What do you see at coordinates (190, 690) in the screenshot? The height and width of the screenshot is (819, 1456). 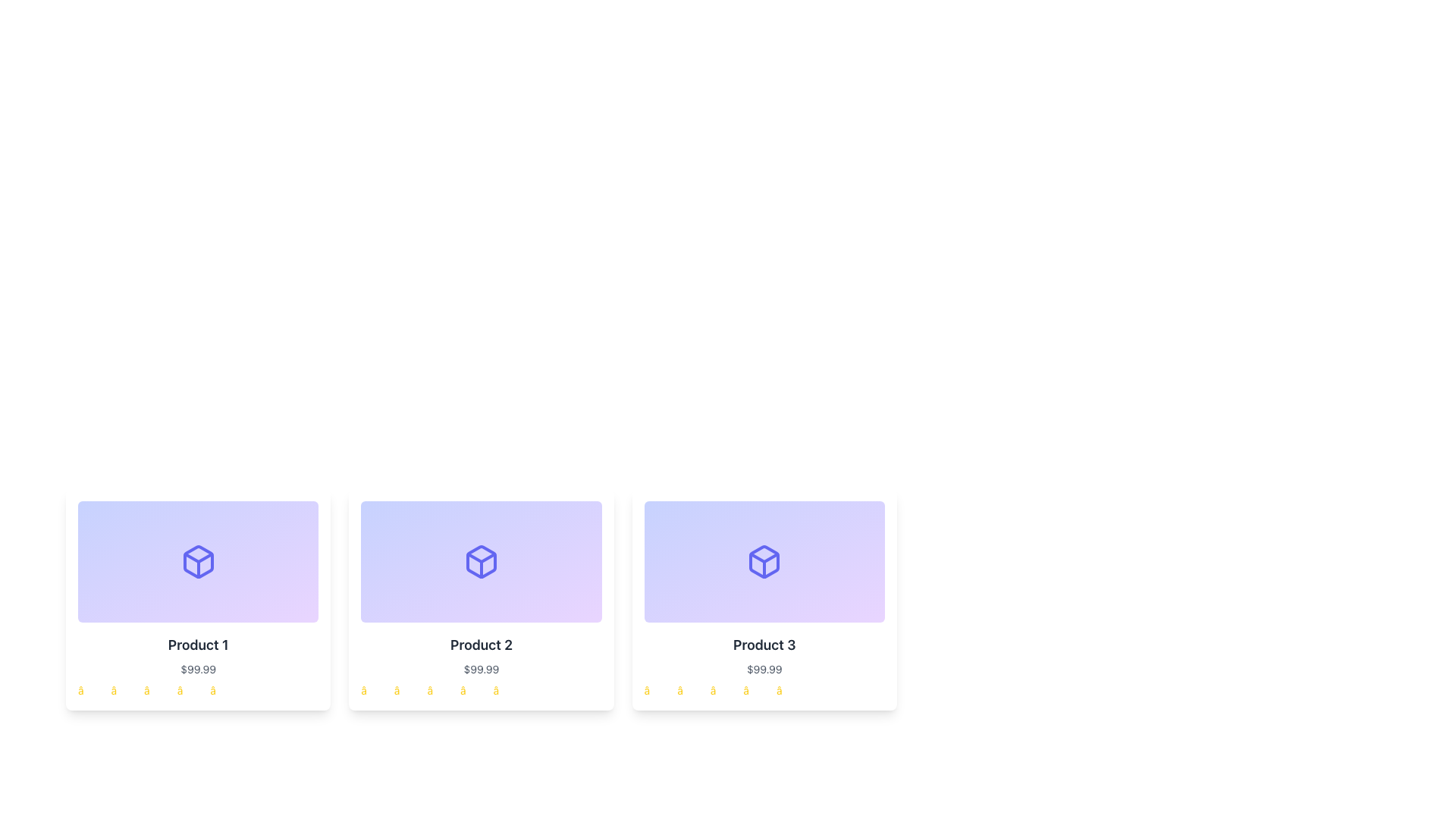 I see `the appearance of the fourth yellow star icon in the rating component of 'Product 1' card` at bounding box center [190, 690].